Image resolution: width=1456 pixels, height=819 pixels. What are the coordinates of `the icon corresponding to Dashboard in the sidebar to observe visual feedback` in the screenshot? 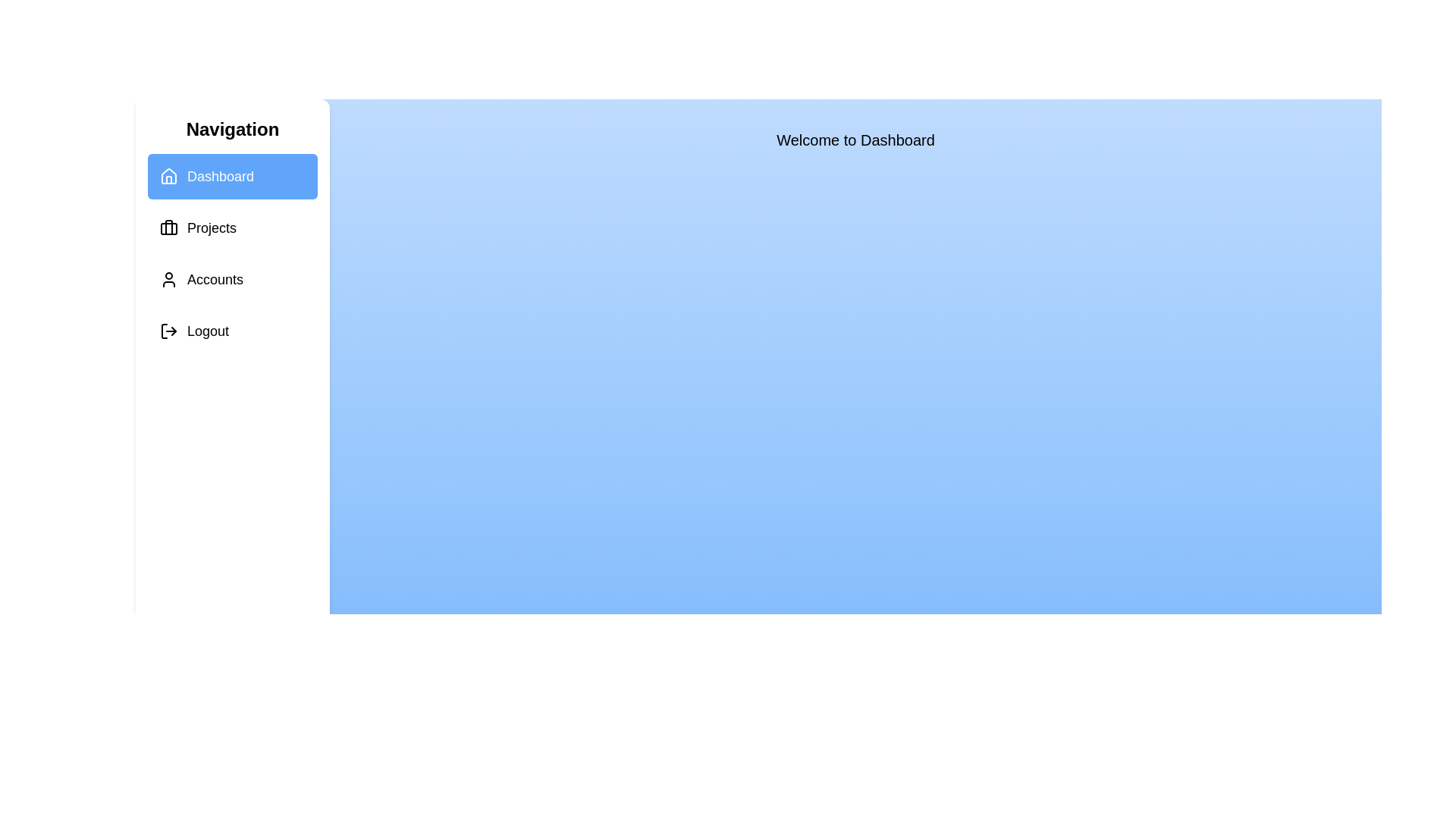 It's located at (168, 175).